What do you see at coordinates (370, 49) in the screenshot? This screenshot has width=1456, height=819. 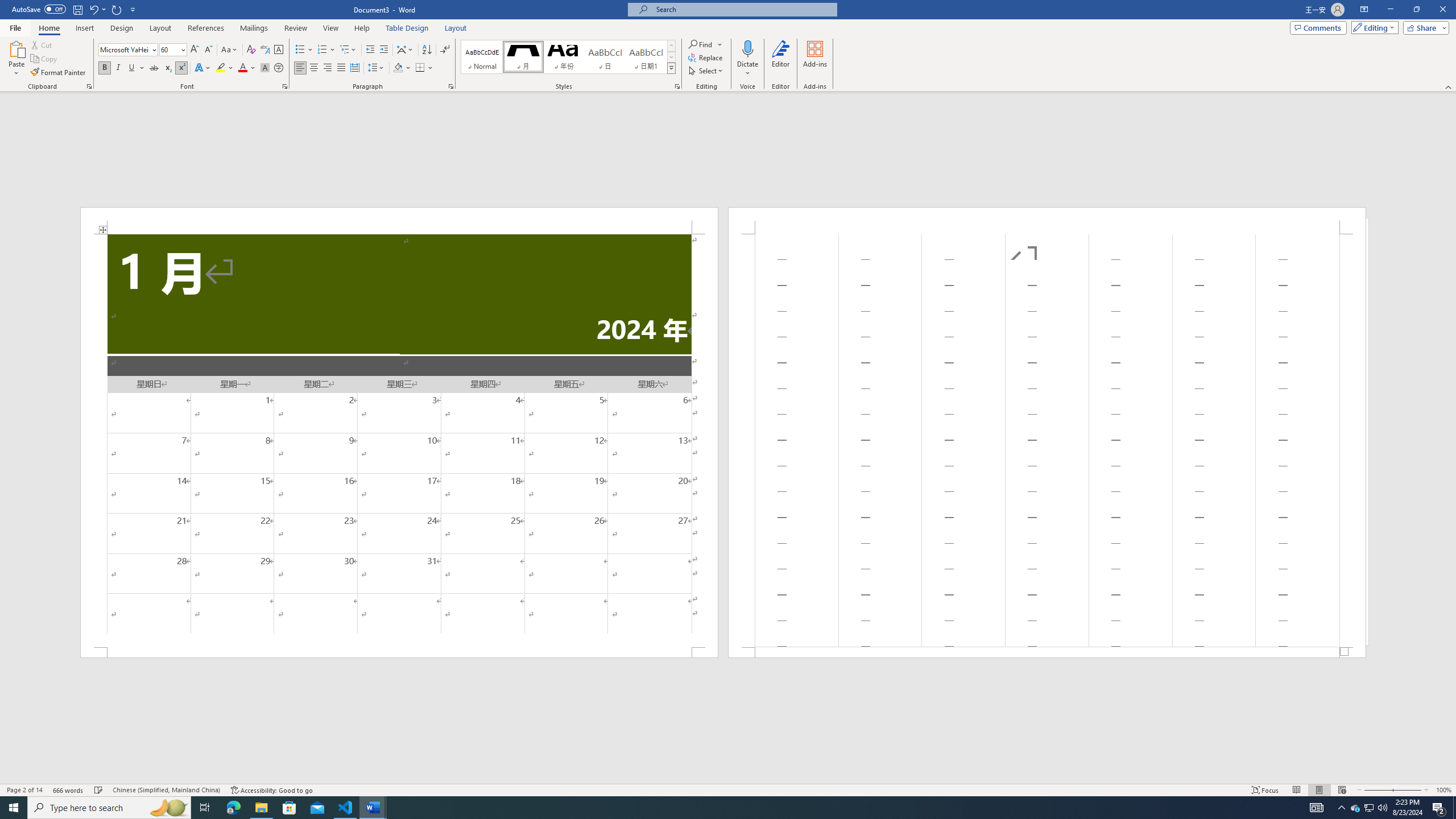 I see `'Decrease Indent'` at bounding box center [370, 49].